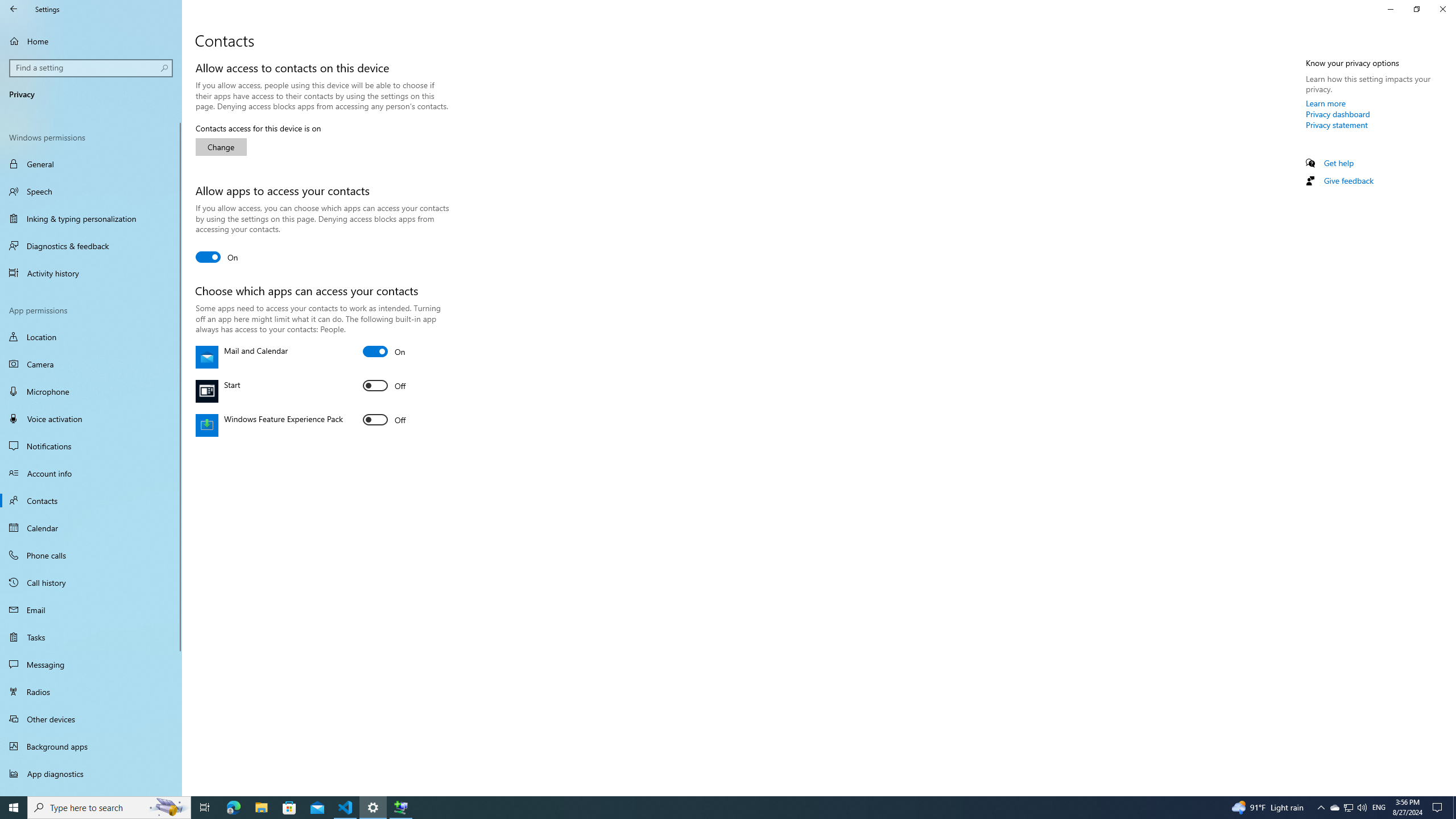  What do you see at coordinates (90, 163) in the screenshot?
I see `'General'` at bounding box center [90, 163].